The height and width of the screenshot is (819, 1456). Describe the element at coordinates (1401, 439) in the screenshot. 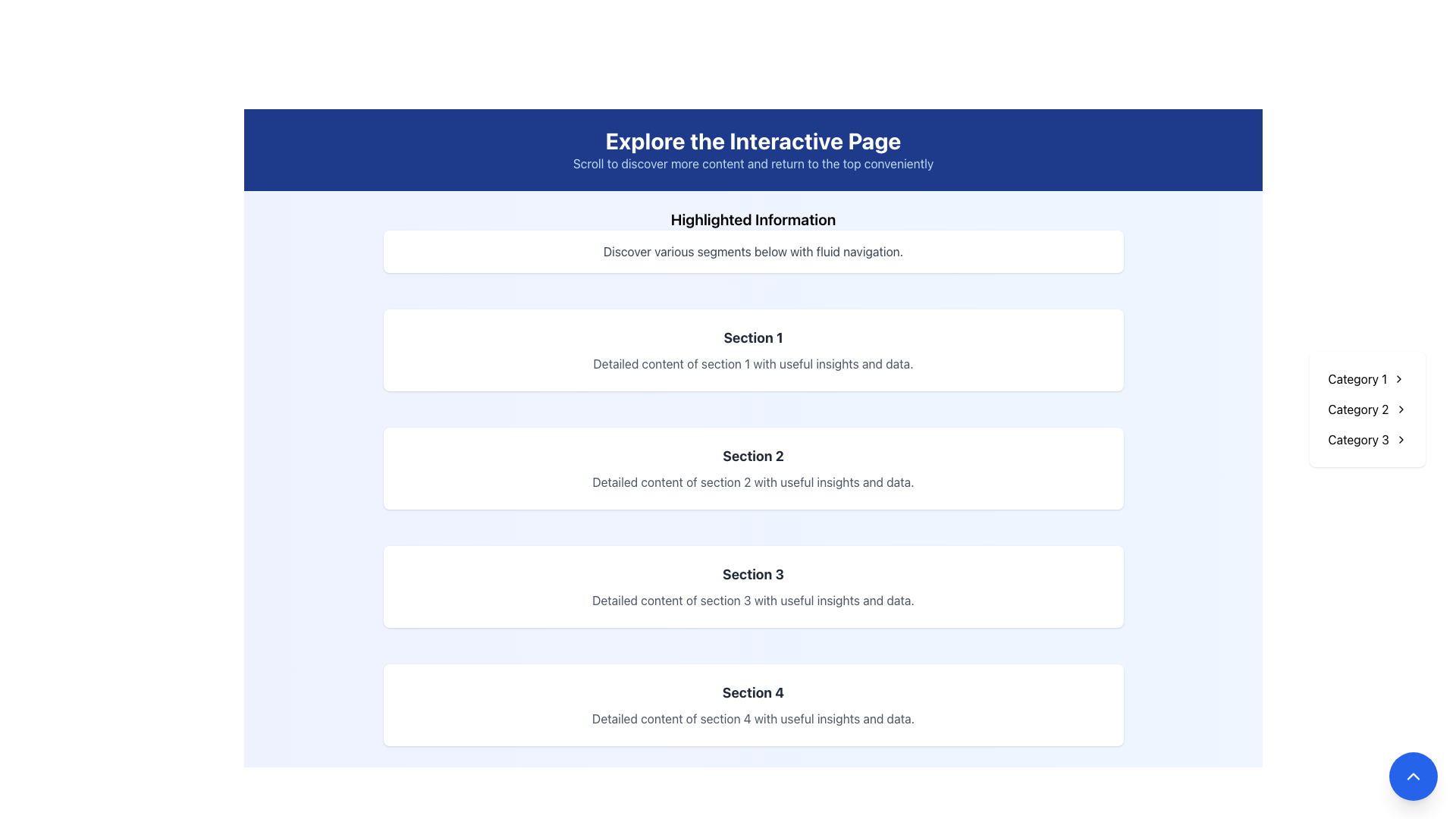

I see `the small right-pointing arrow icon located at the end of the 'Category 3' row` at that location.